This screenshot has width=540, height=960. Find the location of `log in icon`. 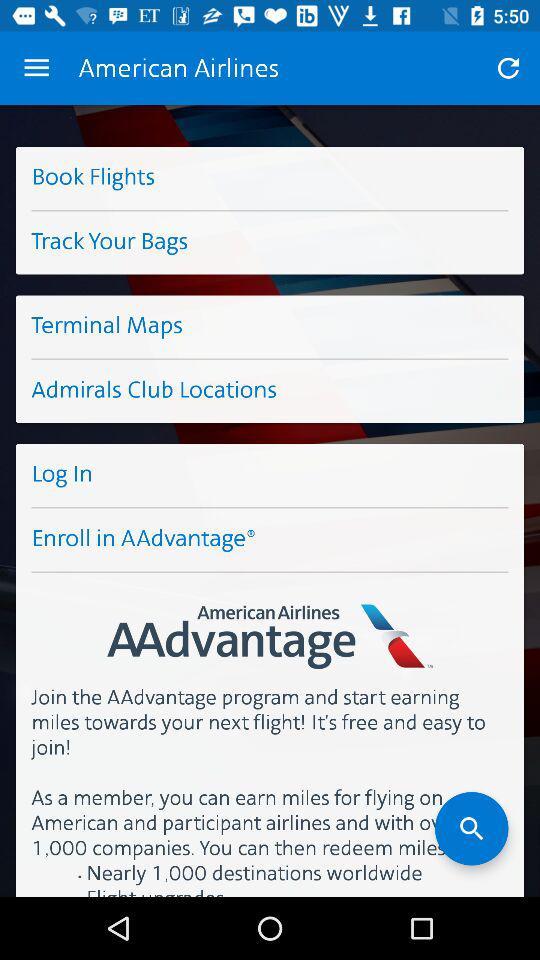

log in icon is located at coordinates (270, 475).